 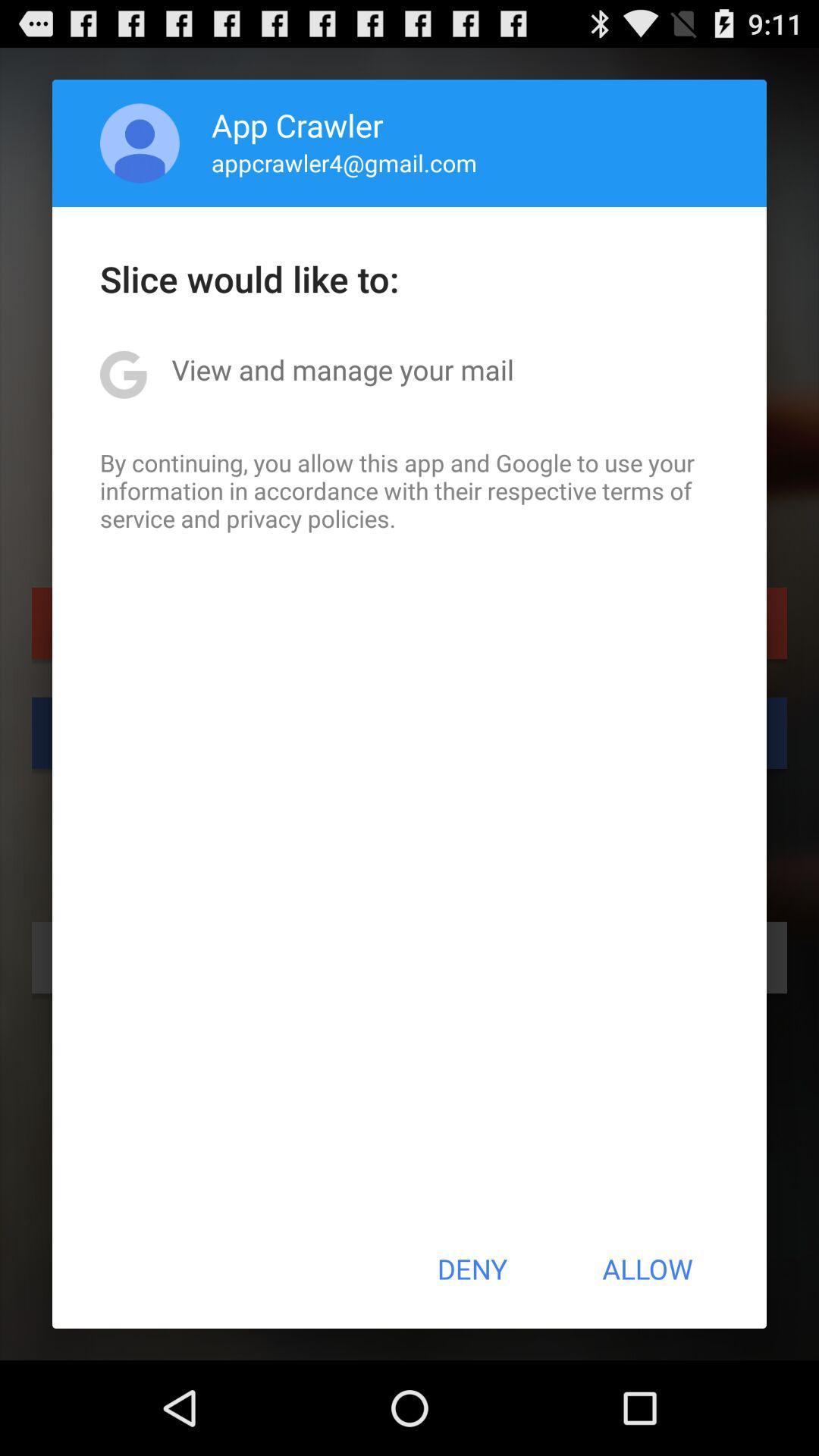 I want to click on the app above the slice would like icon, so click(x=140, y=143).